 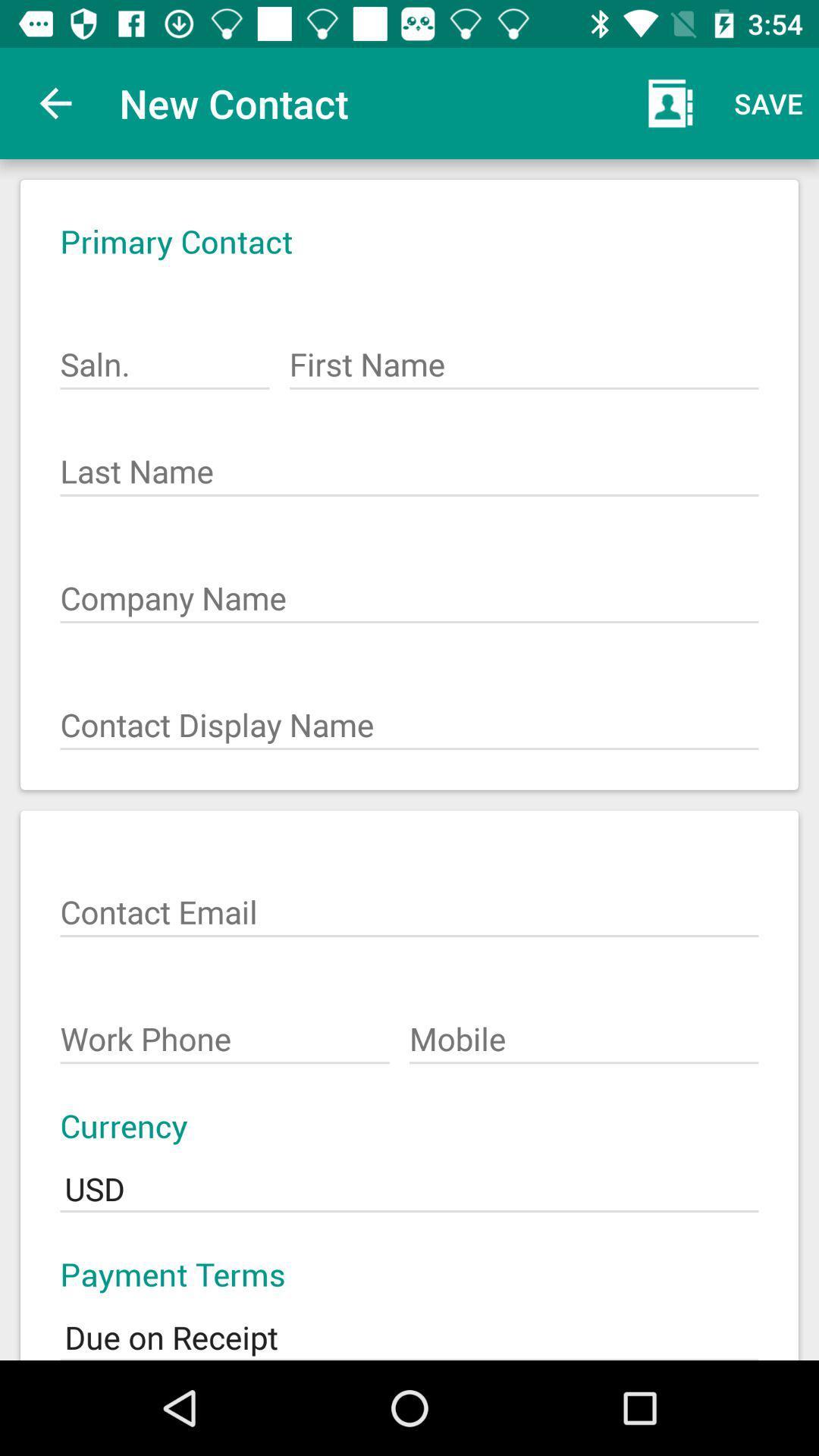 What do you see at coordinates (409, 905) in the screenshot?
I see `the text box which says contact email` at bounding box center [409, 905].